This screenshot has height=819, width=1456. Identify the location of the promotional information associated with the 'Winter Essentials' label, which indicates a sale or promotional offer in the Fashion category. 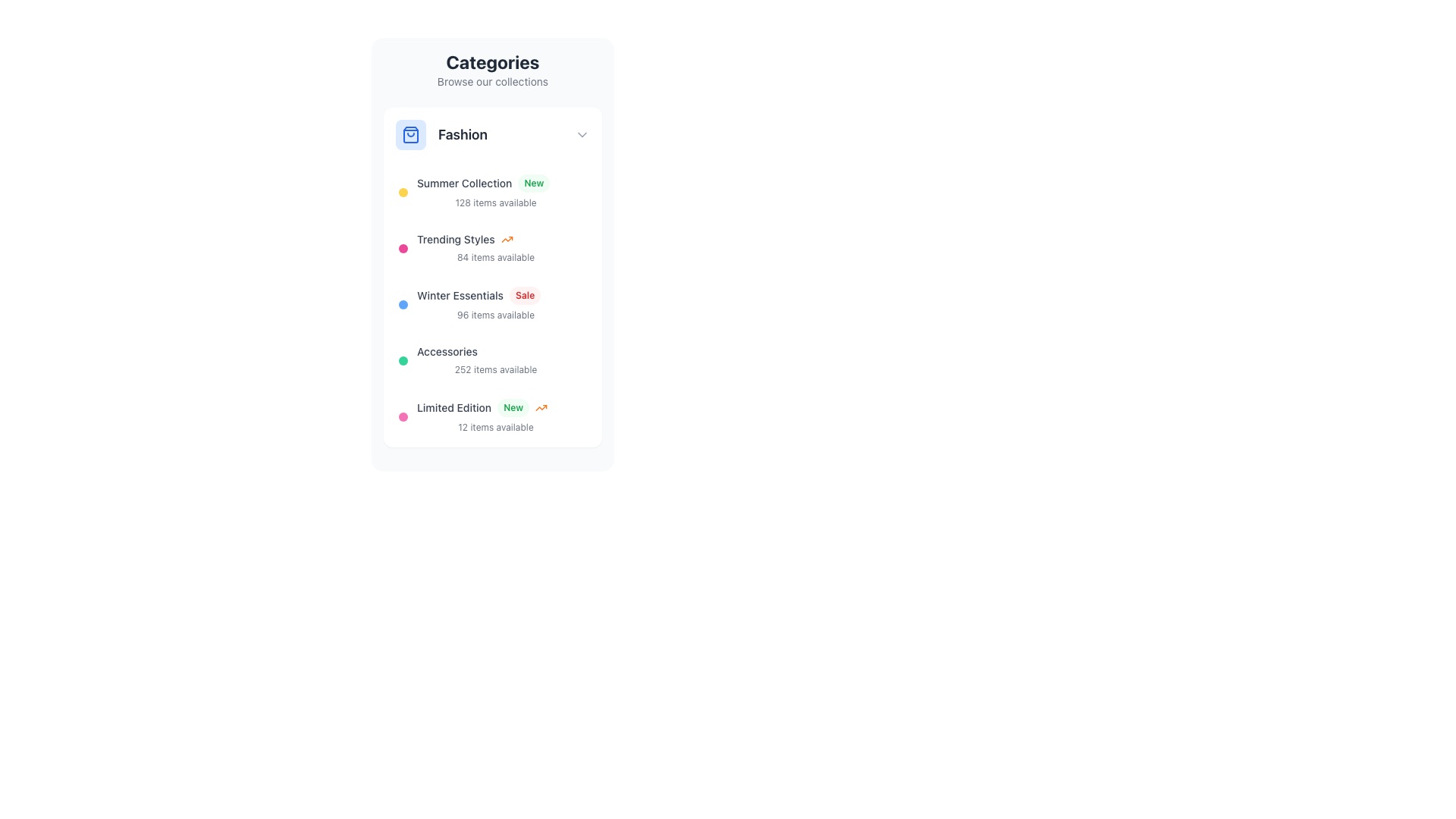
(525, 295).